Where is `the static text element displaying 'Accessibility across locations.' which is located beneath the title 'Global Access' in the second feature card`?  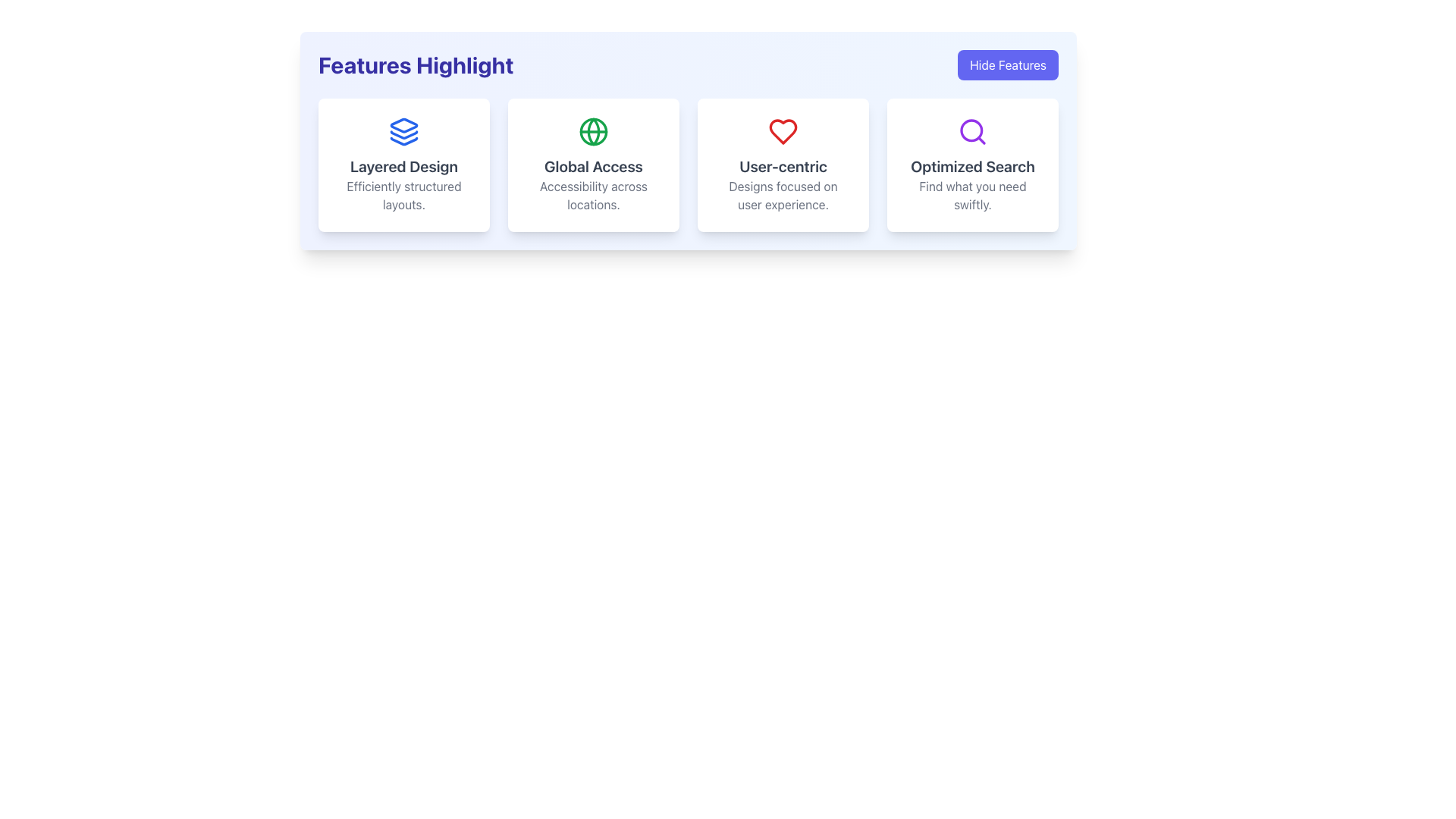 the static text element displaying 'Accessibility across locations.' which is located beneath the title 'Global Access' in the second feature card is located at coordinates (592, 195).